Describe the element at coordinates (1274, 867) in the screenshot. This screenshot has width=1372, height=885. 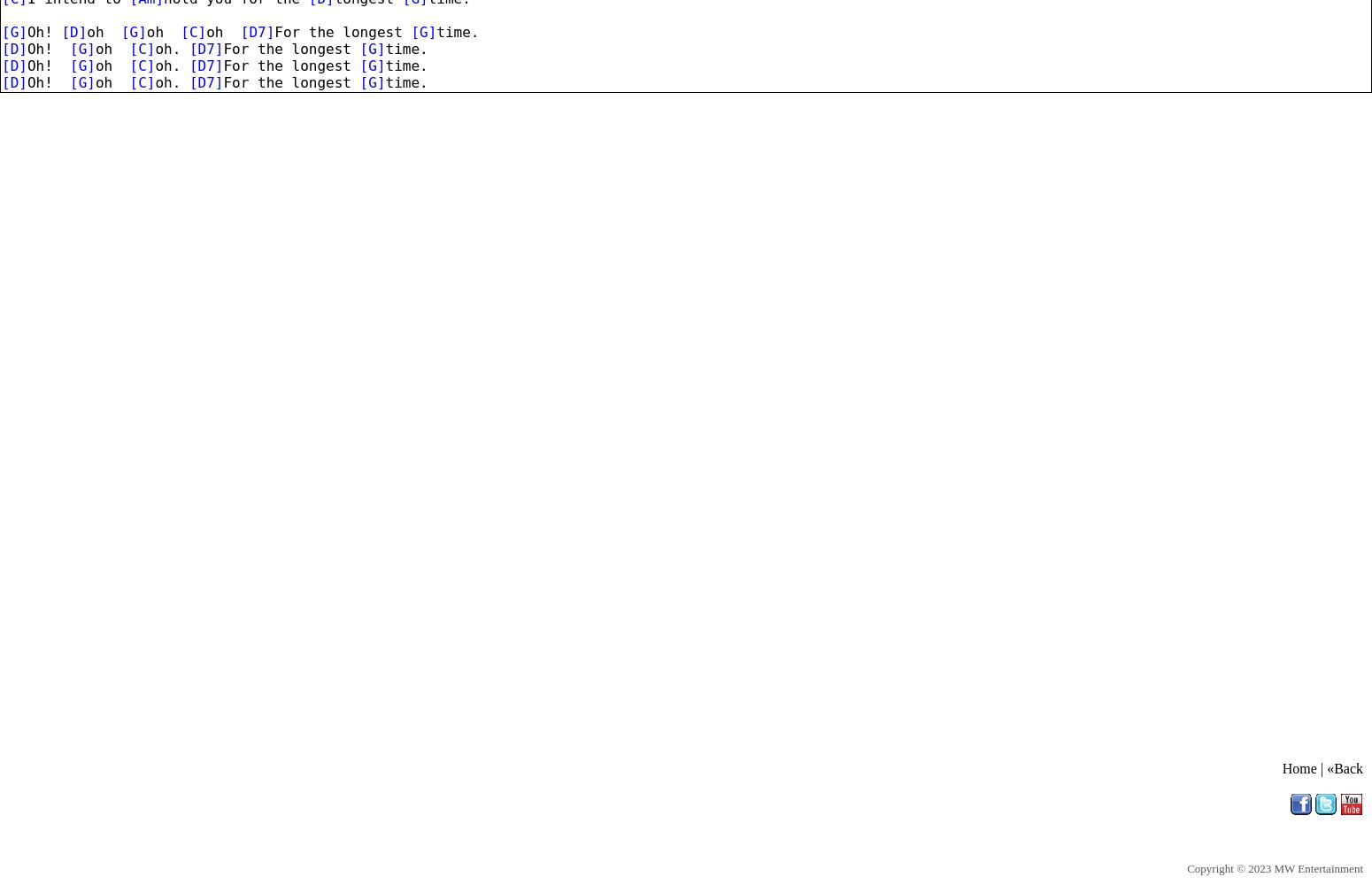
I see `'Copyright © 2023 MW Entertainment'` at that location.